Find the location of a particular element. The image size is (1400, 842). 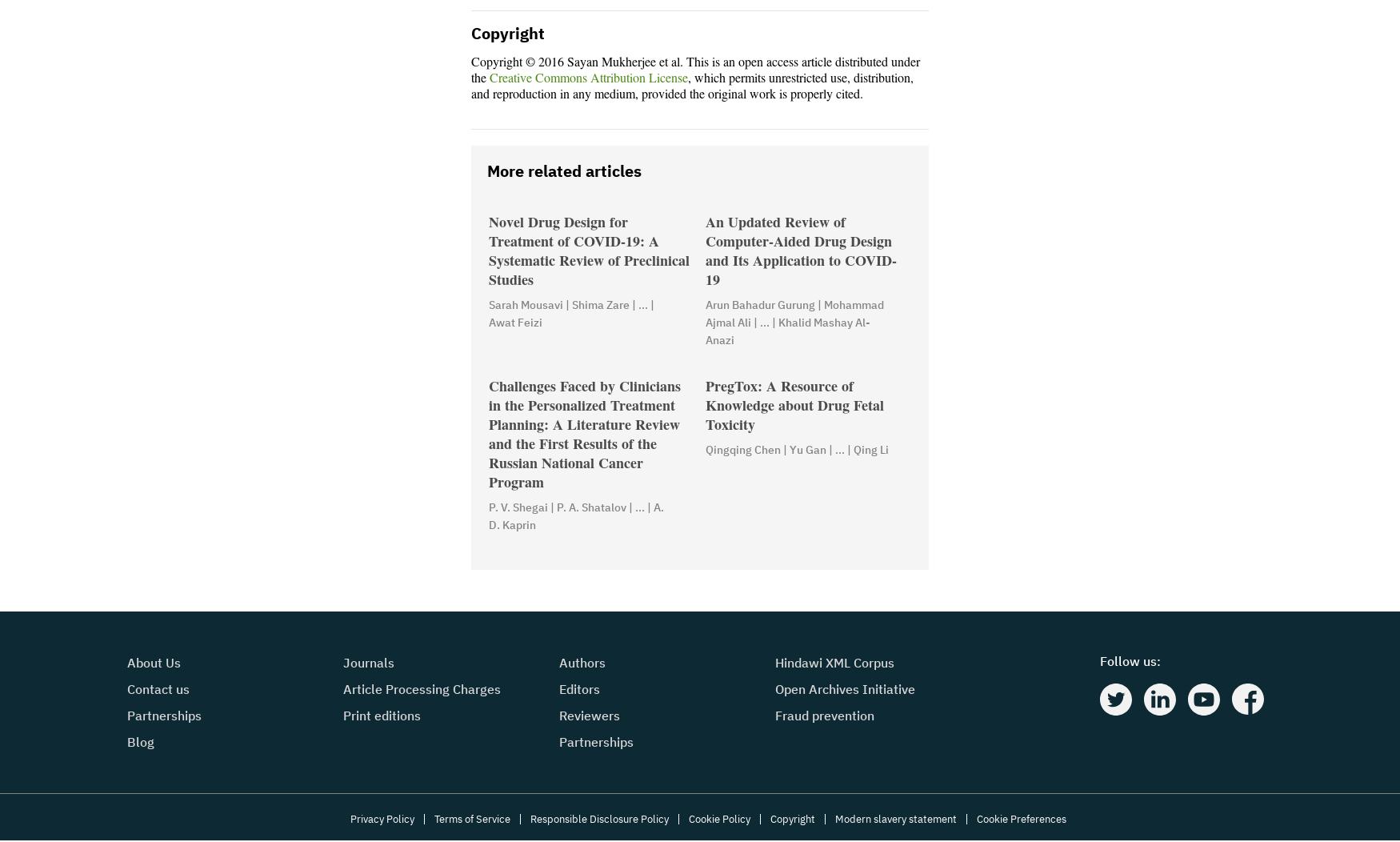

'Modern slavery statement' is located at coordinates (834, 819).